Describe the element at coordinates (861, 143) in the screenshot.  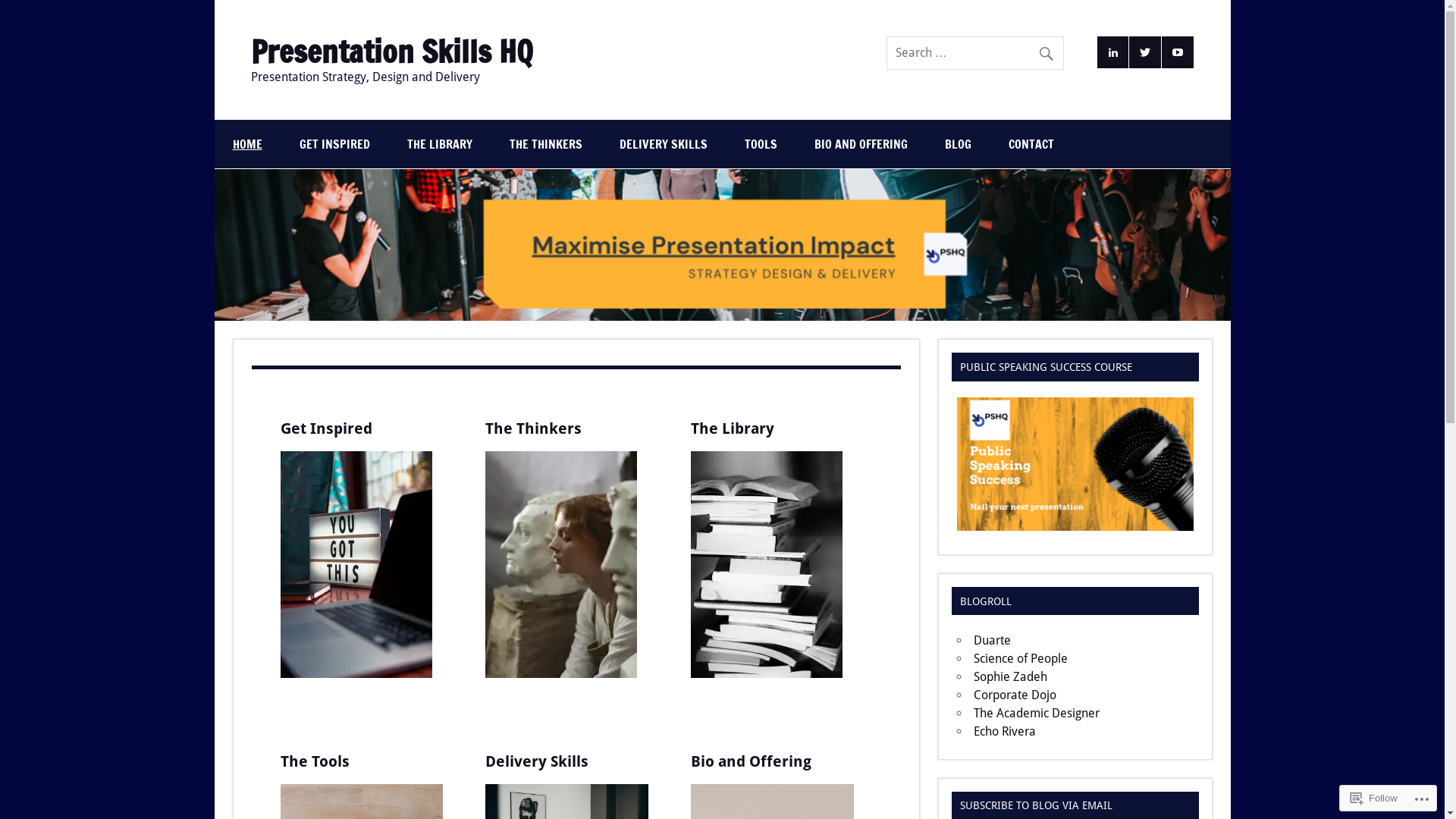
I see `'BIO AND OFFERING'` at that location.